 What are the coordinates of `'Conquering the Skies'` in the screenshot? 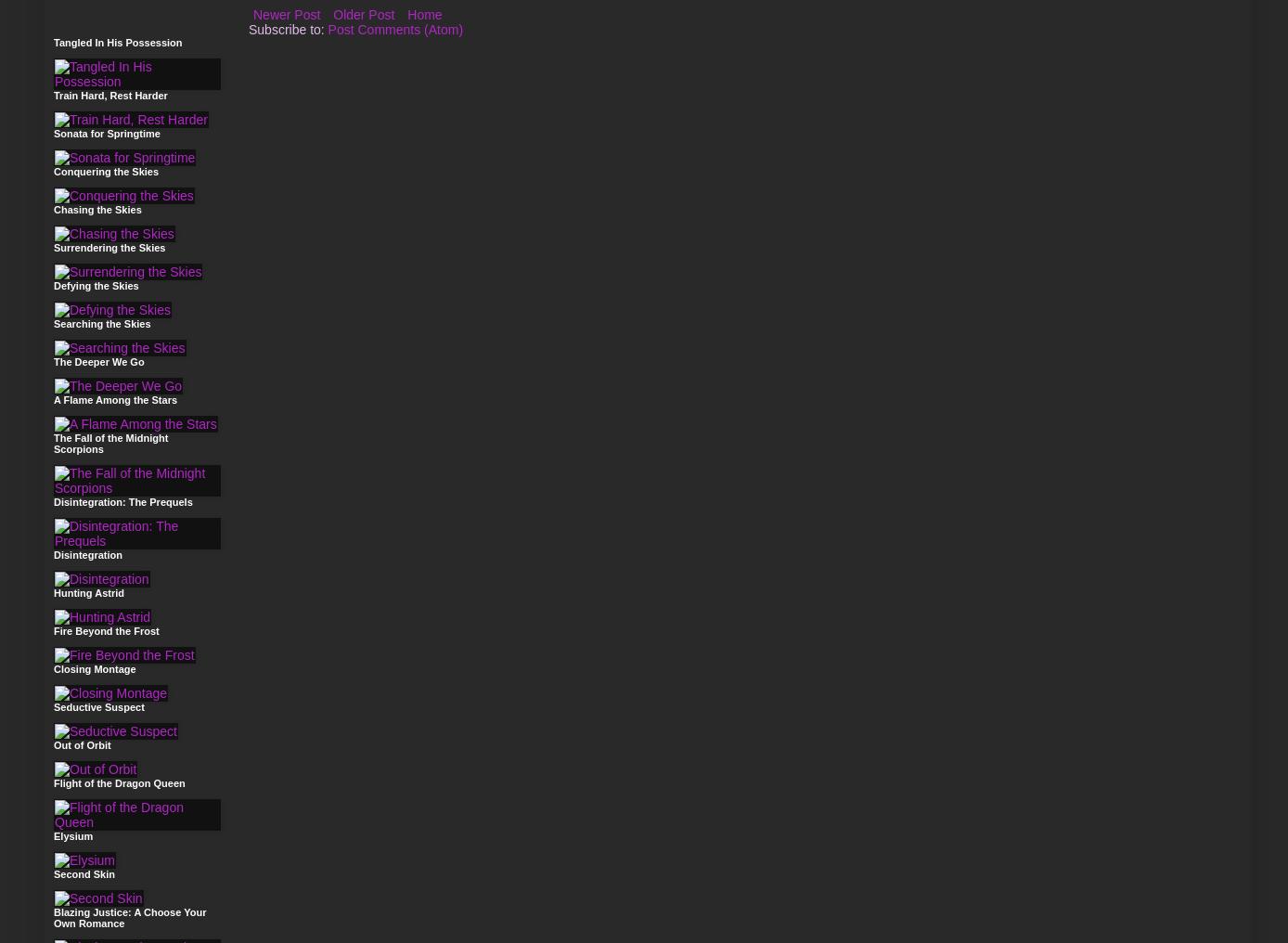 It's located at (105, 171).